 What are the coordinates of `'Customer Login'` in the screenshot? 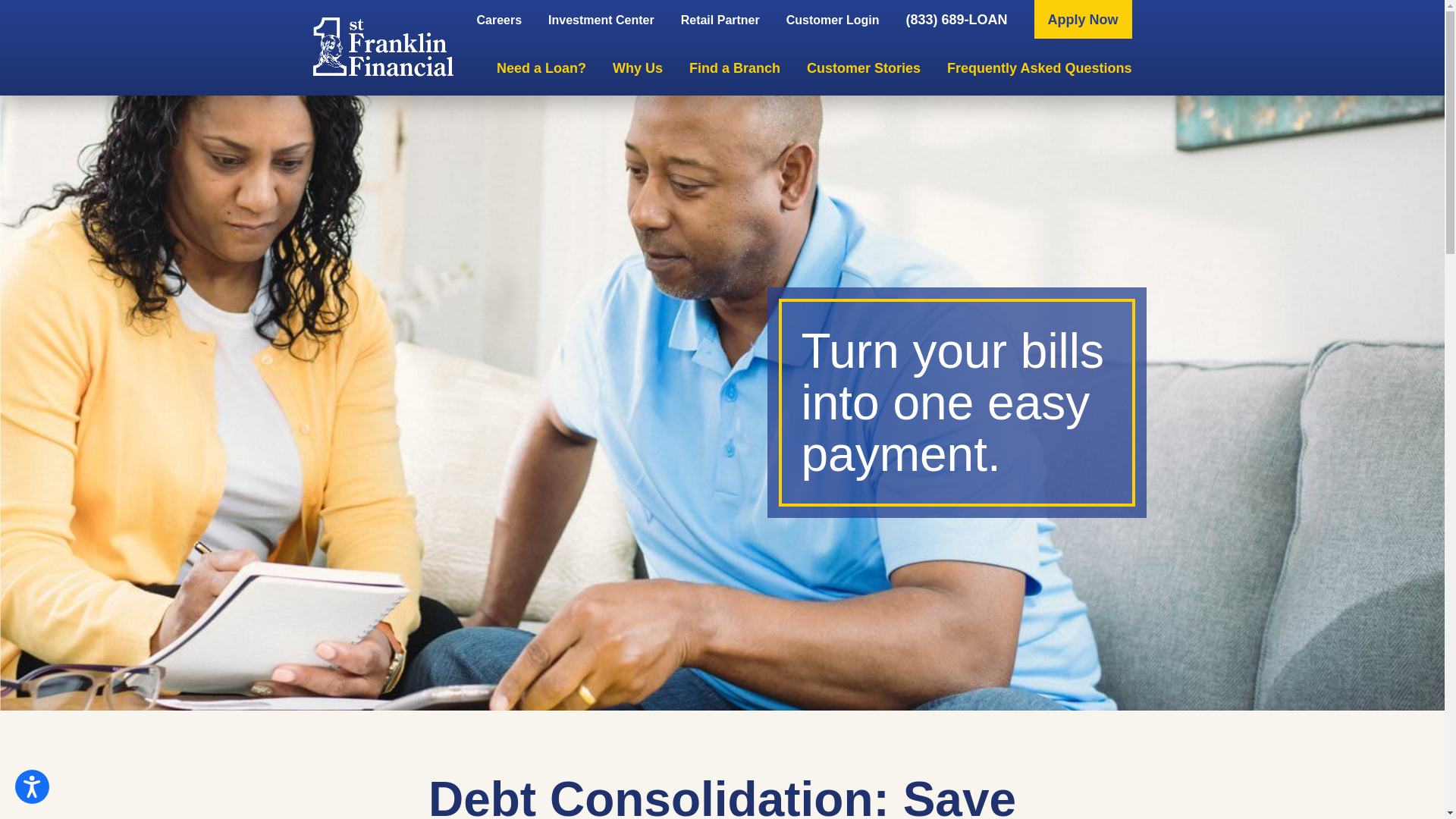 It's located at (832, 20).